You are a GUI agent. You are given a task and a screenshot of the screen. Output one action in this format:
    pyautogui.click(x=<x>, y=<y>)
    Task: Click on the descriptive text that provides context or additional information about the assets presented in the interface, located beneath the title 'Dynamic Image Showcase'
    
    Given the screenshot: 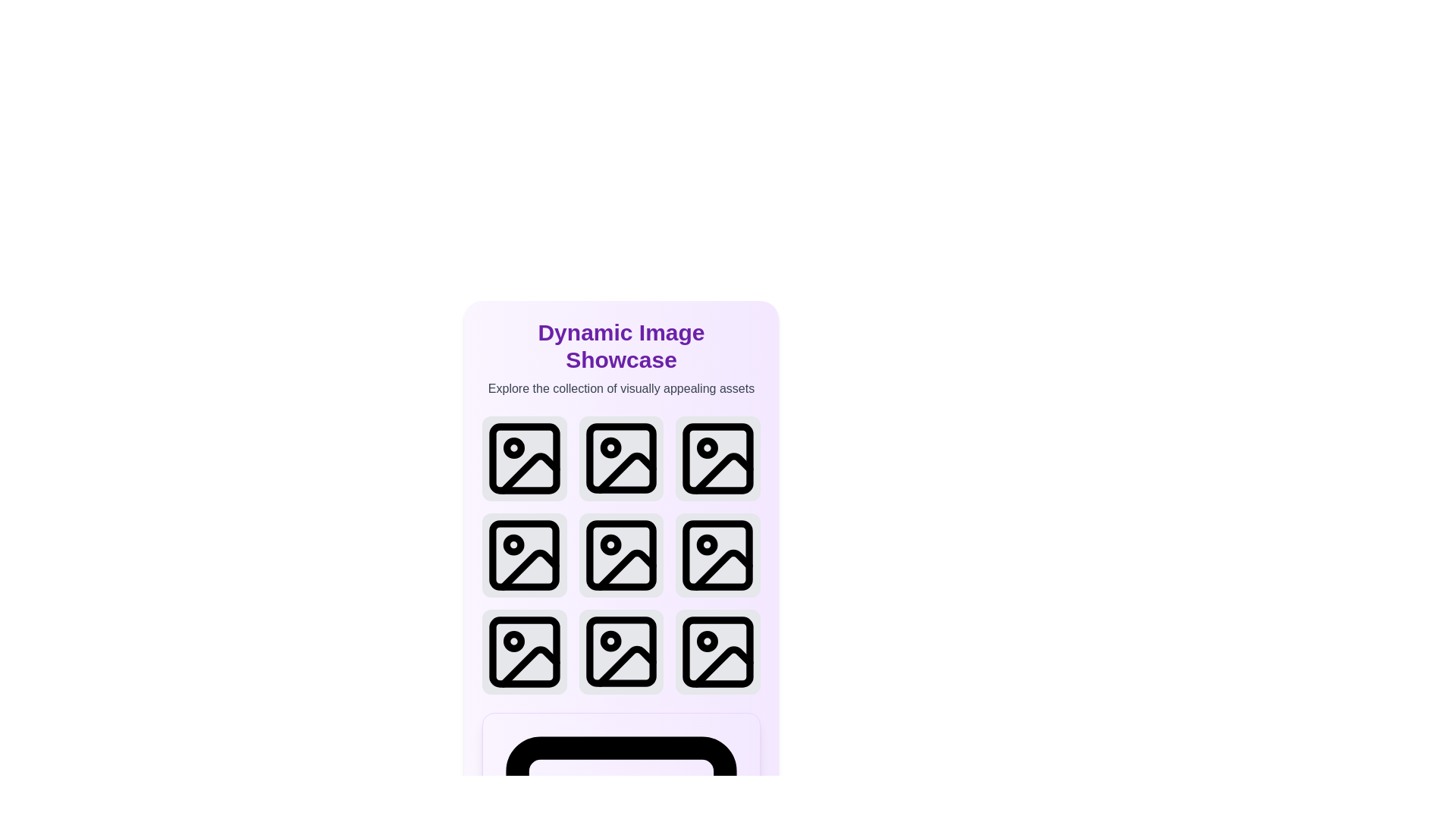 What is the action you would take?
    pyautogui.click(x=621, y=388)
    